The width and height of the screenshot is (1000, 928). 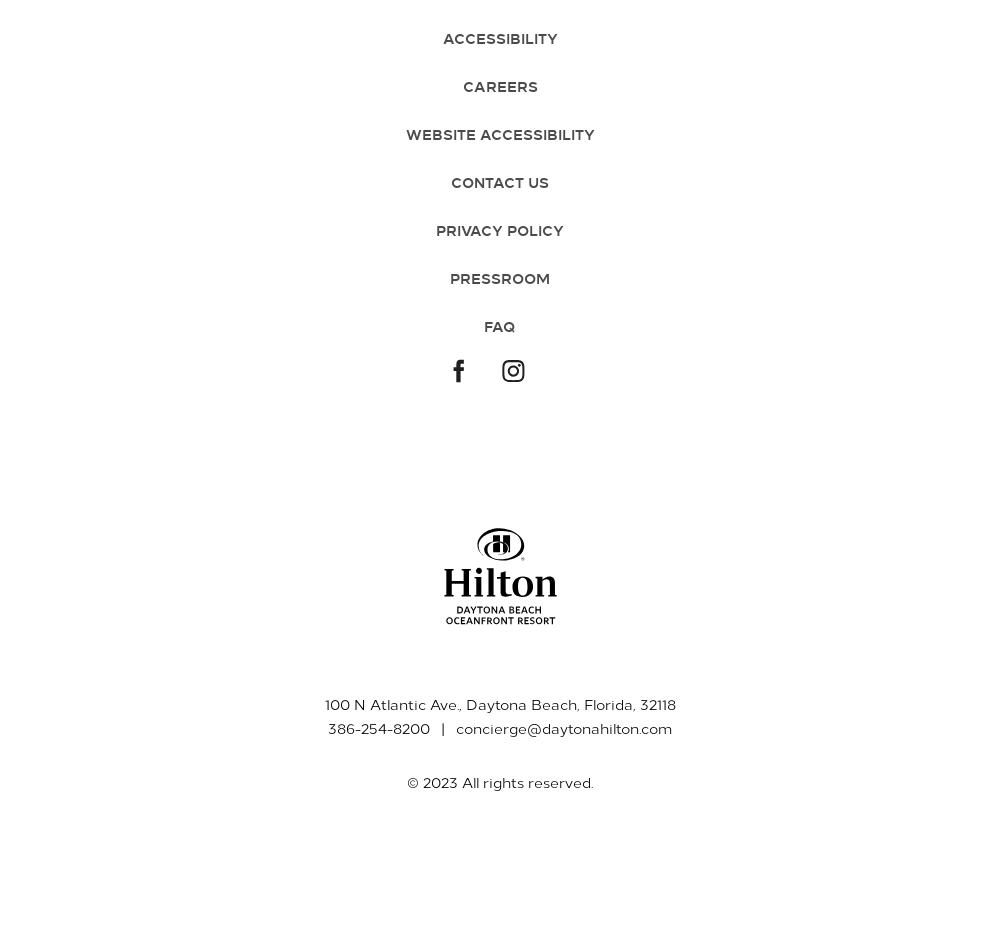 I want to click on 'FAQ', so click(x=500, y=325).